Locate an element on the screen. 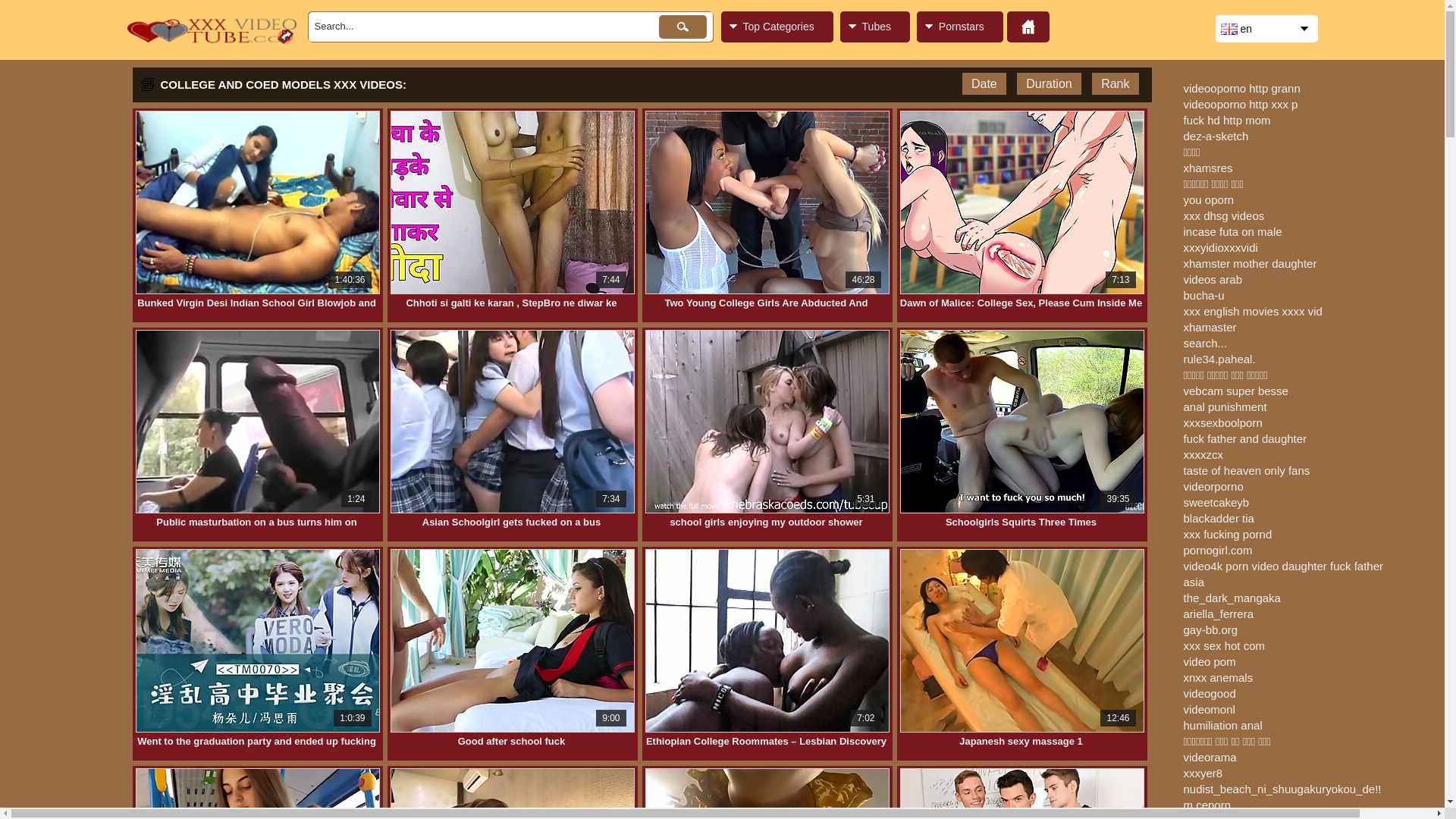 The image size is (1456, 819). 'xhamsres' is located at coordinates (1207, 168).